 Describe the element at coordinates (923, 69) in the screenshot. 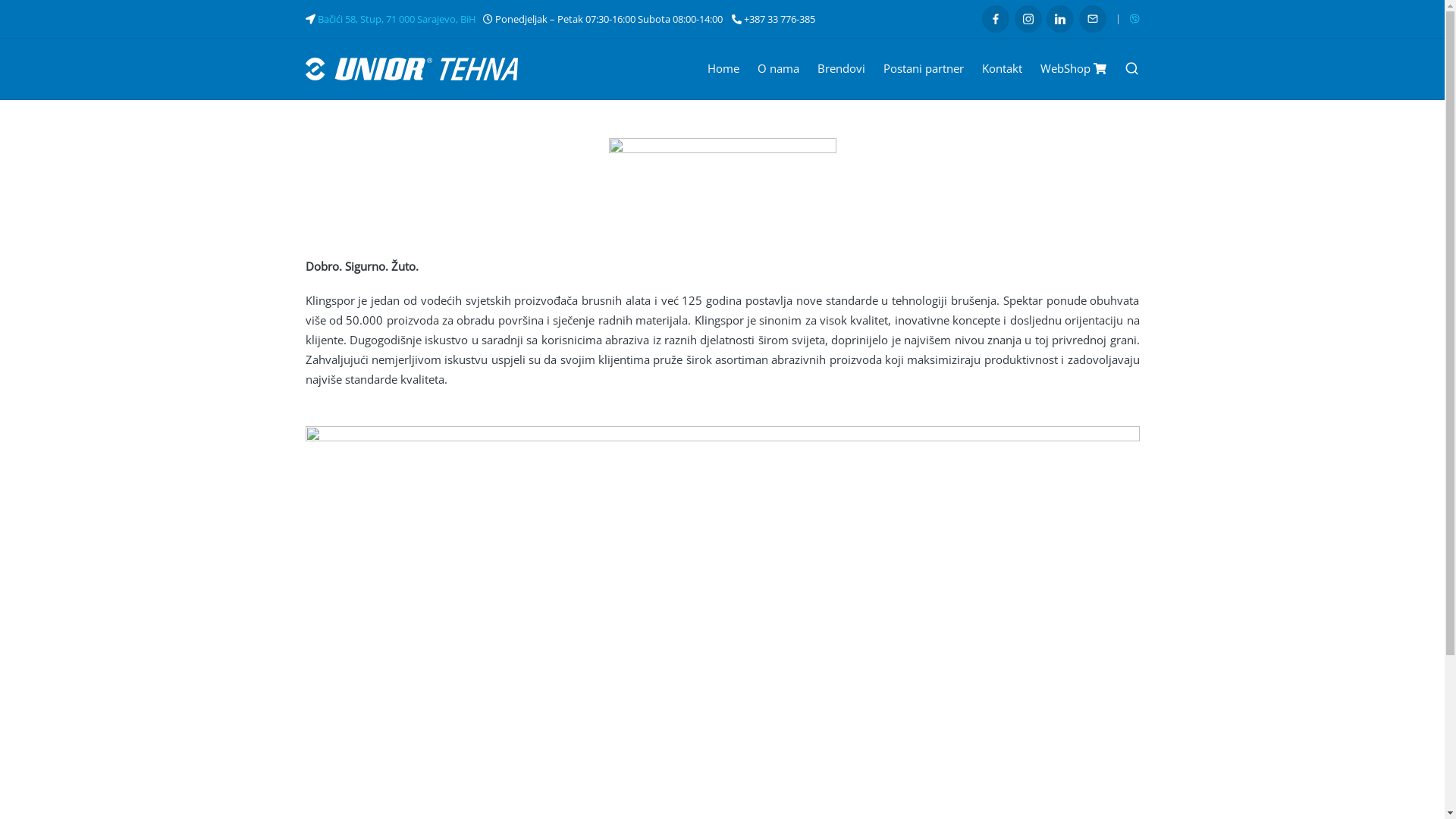

I see `'Postani partner'` at that location.